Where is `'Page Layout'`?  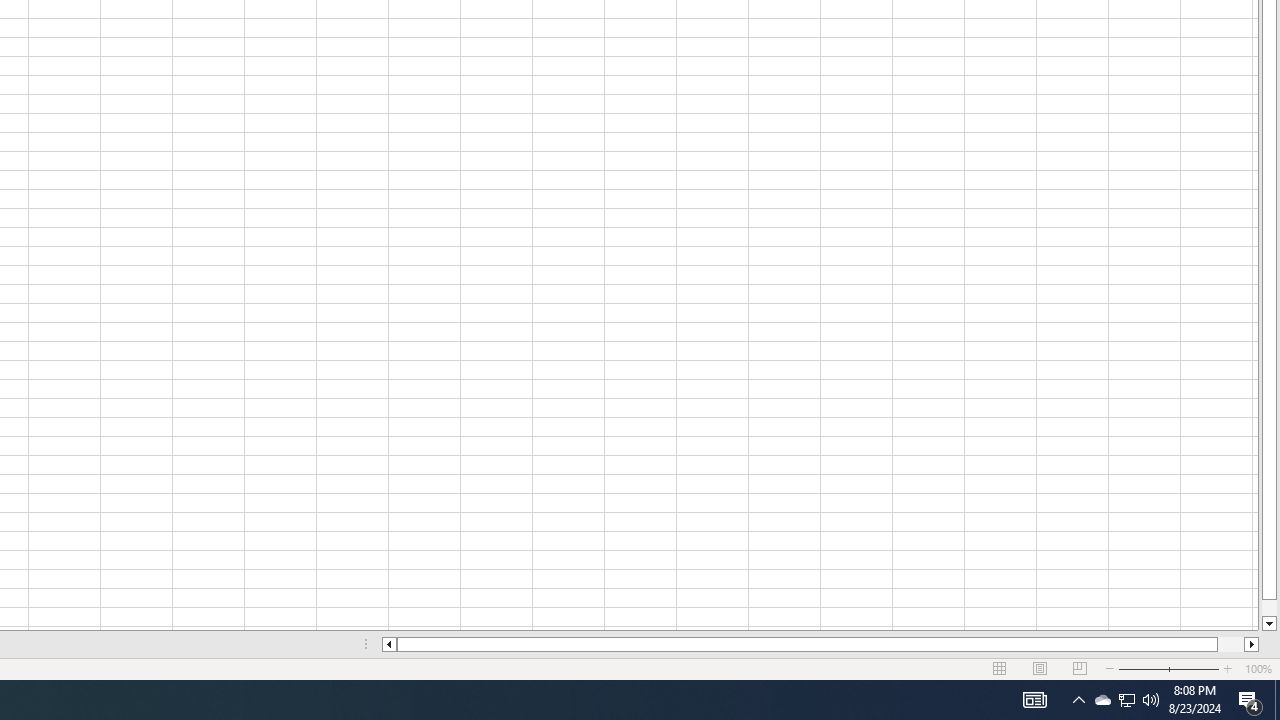
'Page Layout' is located at coordinates (1040, 669).